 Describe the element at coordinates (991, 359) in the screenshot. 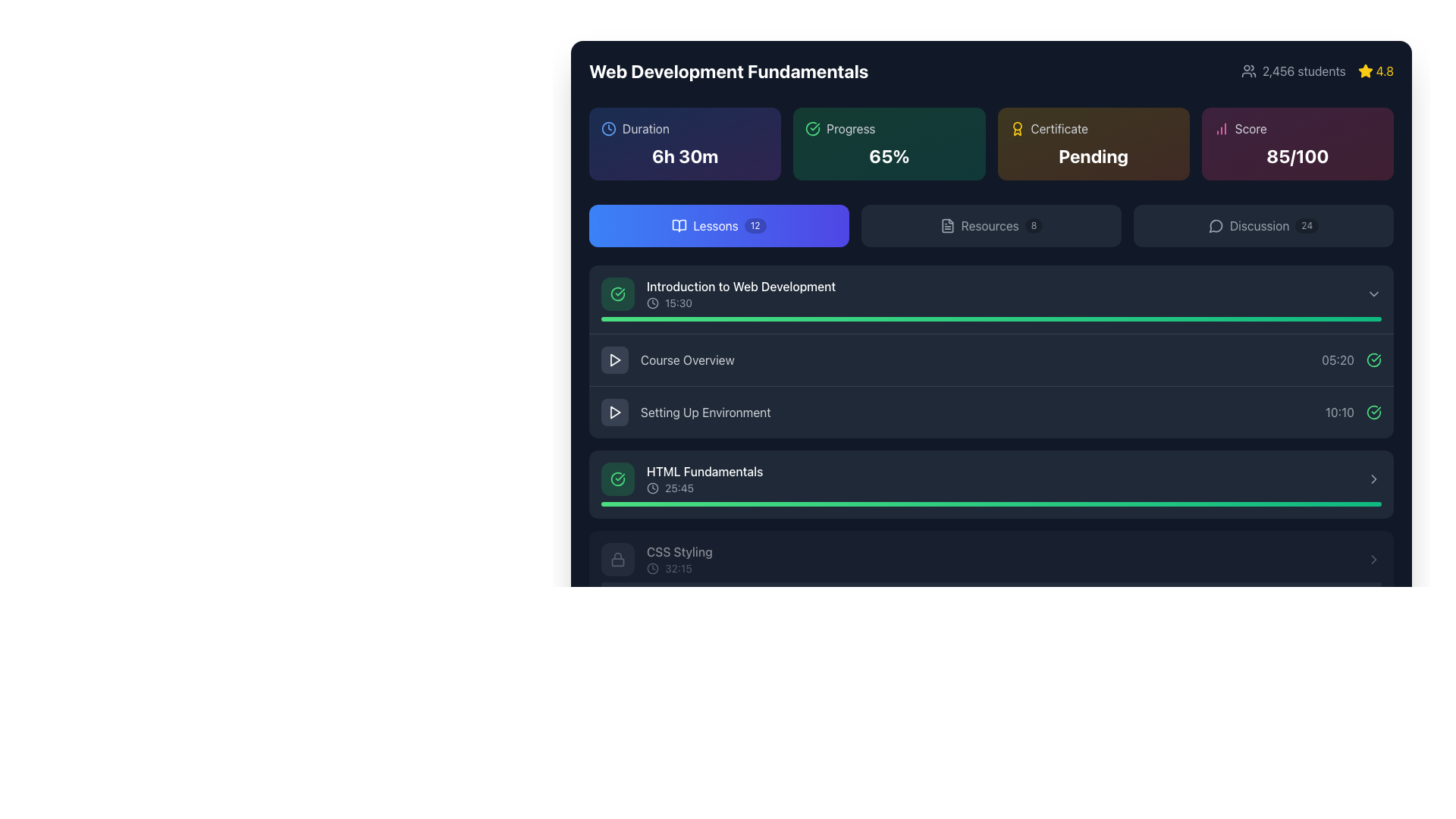

I see `title 'Course Overview' and the duration '05:20' of the list item located below 'Introduction to Web Development' in the 'Web Development Fundamentals' section` at that location.